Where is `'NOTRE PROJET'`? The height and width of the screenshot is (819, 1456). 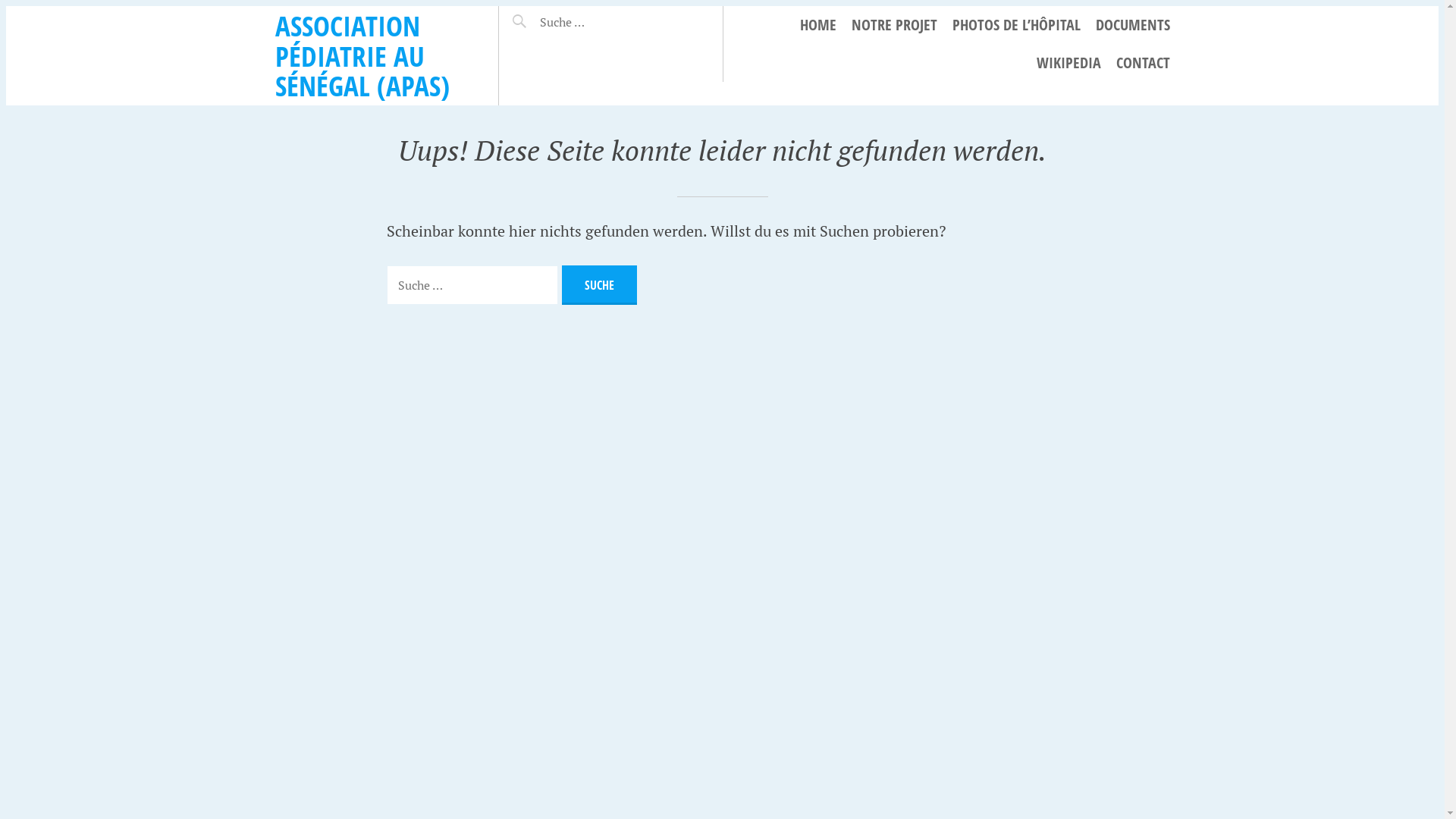
'NOTRE PROJET' is located at coordinates (851, 25).